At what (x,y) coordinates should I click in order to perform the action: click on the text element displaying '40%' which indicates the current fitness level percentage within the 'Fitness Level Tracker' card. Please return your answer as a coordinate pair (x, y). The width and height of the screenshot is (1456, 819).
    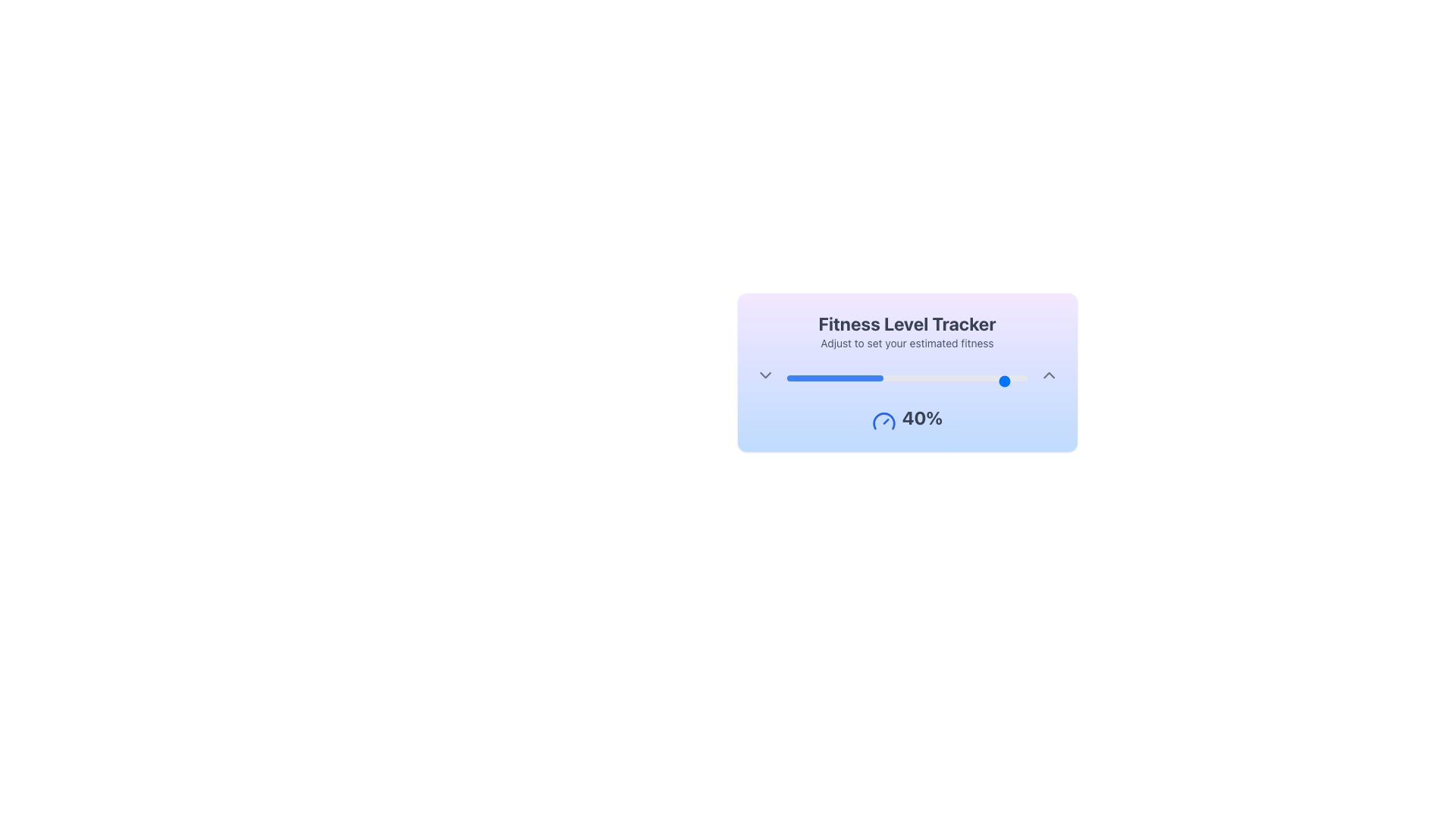
    Looking at the image, I should click on (921, 418).